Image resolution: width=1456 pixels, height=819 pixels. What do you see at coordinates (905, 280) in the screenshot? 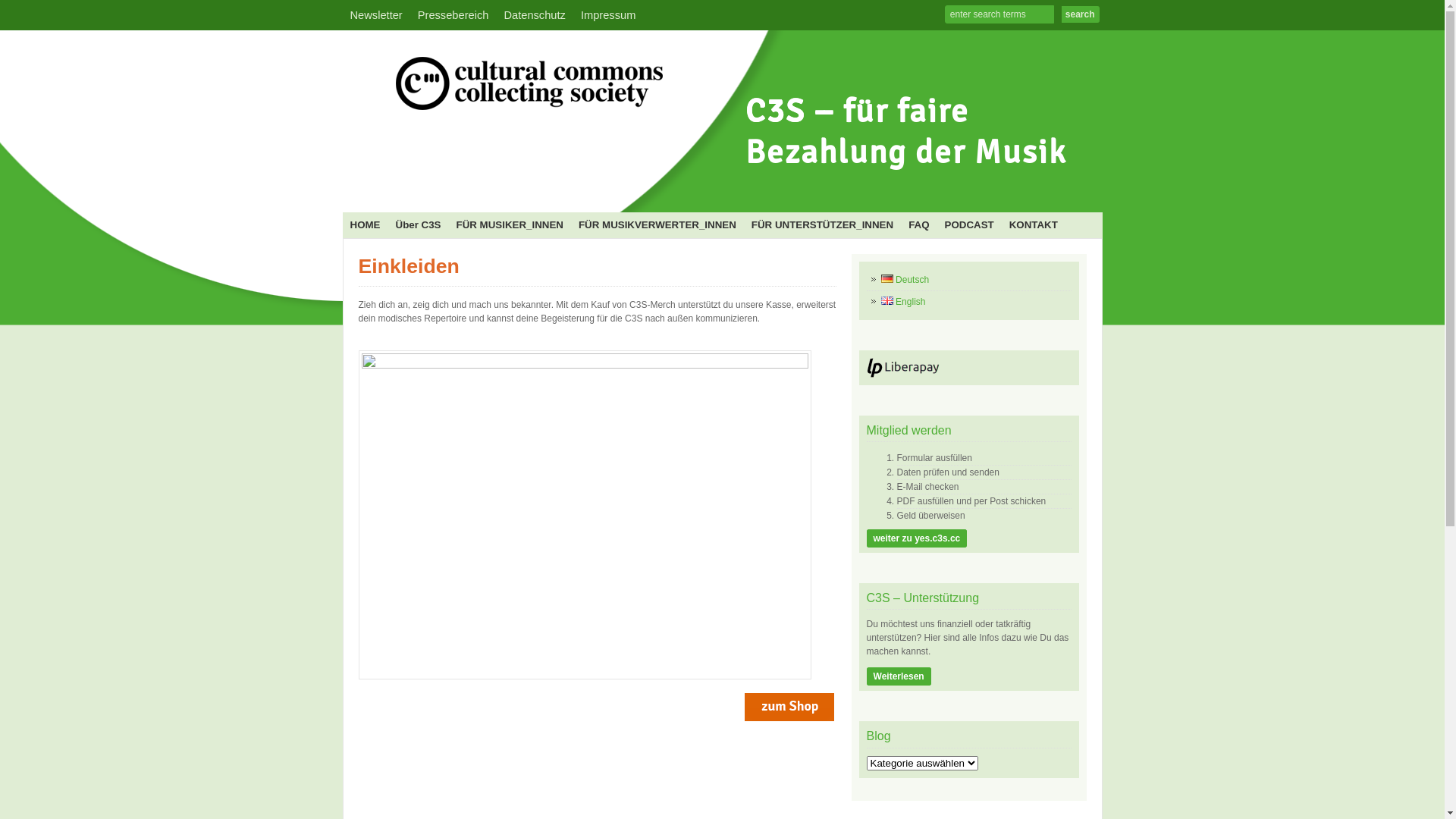
I see `'Deutsch'` at bounding box center [905, 280].